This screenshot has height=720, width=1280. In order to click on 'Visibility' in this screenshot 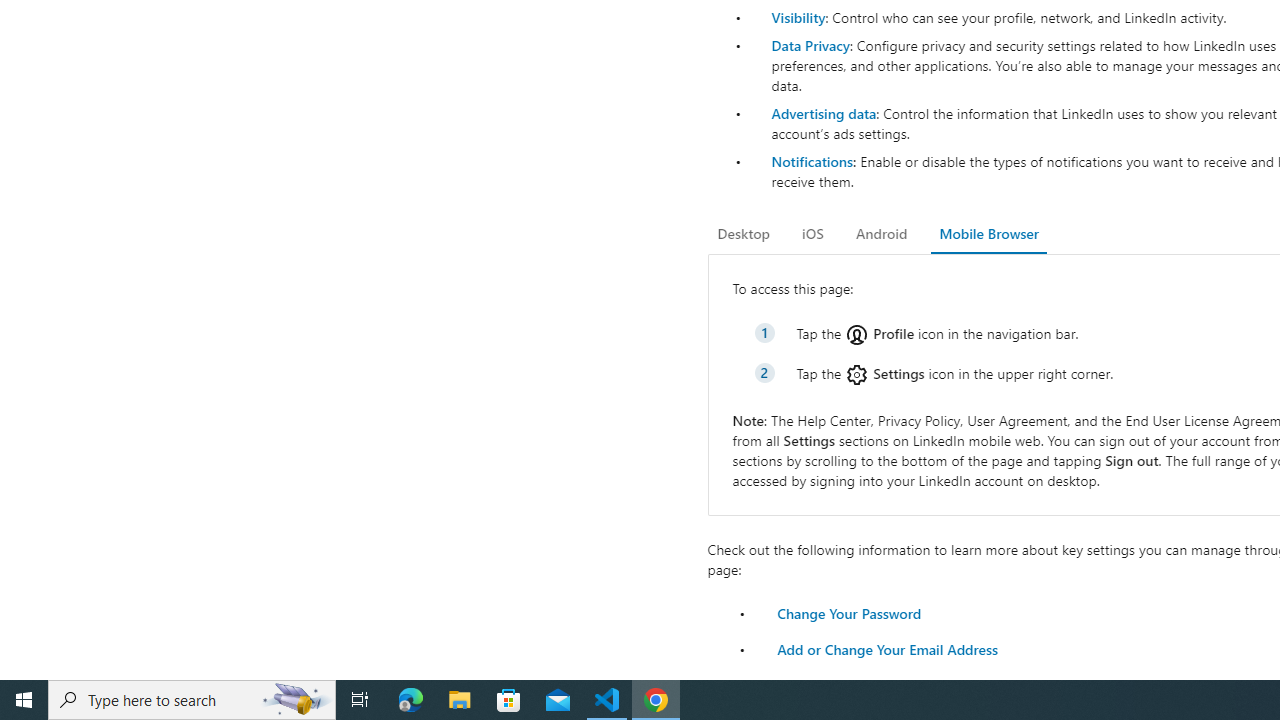, I will do `click(797, 17)`.